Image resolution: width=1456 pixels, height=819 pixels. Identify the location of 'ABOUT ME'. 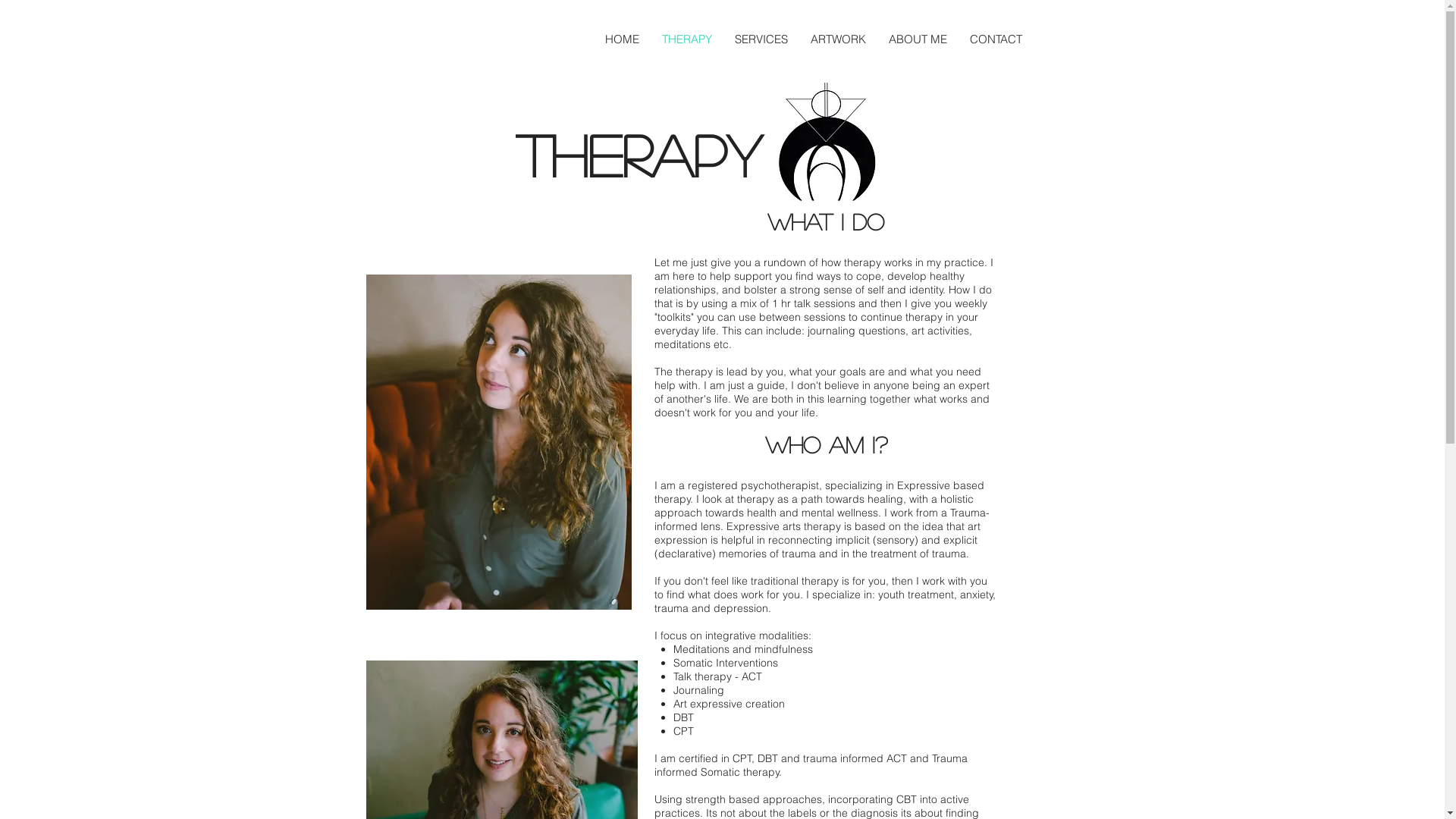
(916, 38).